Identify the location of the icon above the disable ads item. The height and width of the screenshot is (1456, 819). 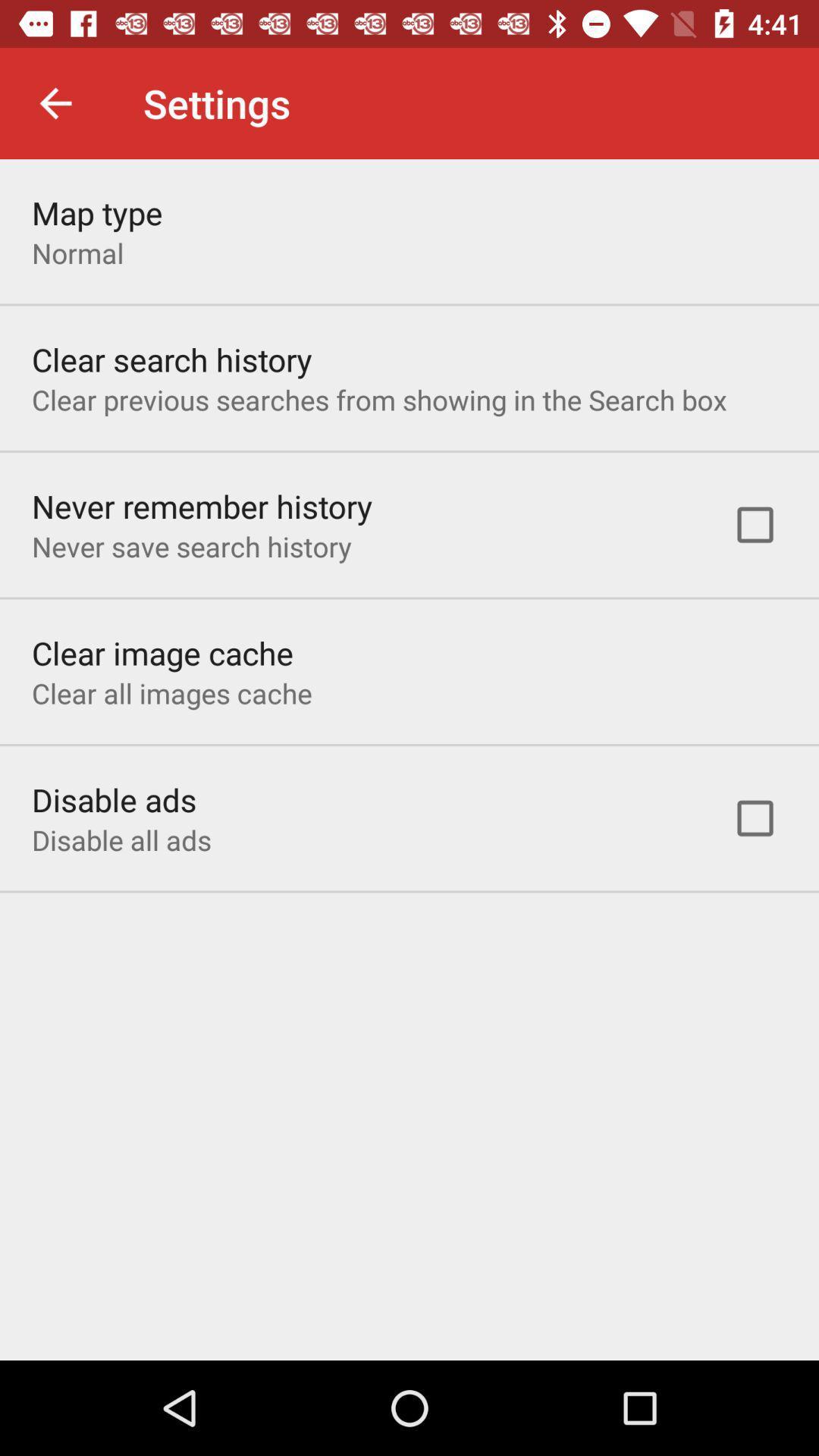
(171, 692).